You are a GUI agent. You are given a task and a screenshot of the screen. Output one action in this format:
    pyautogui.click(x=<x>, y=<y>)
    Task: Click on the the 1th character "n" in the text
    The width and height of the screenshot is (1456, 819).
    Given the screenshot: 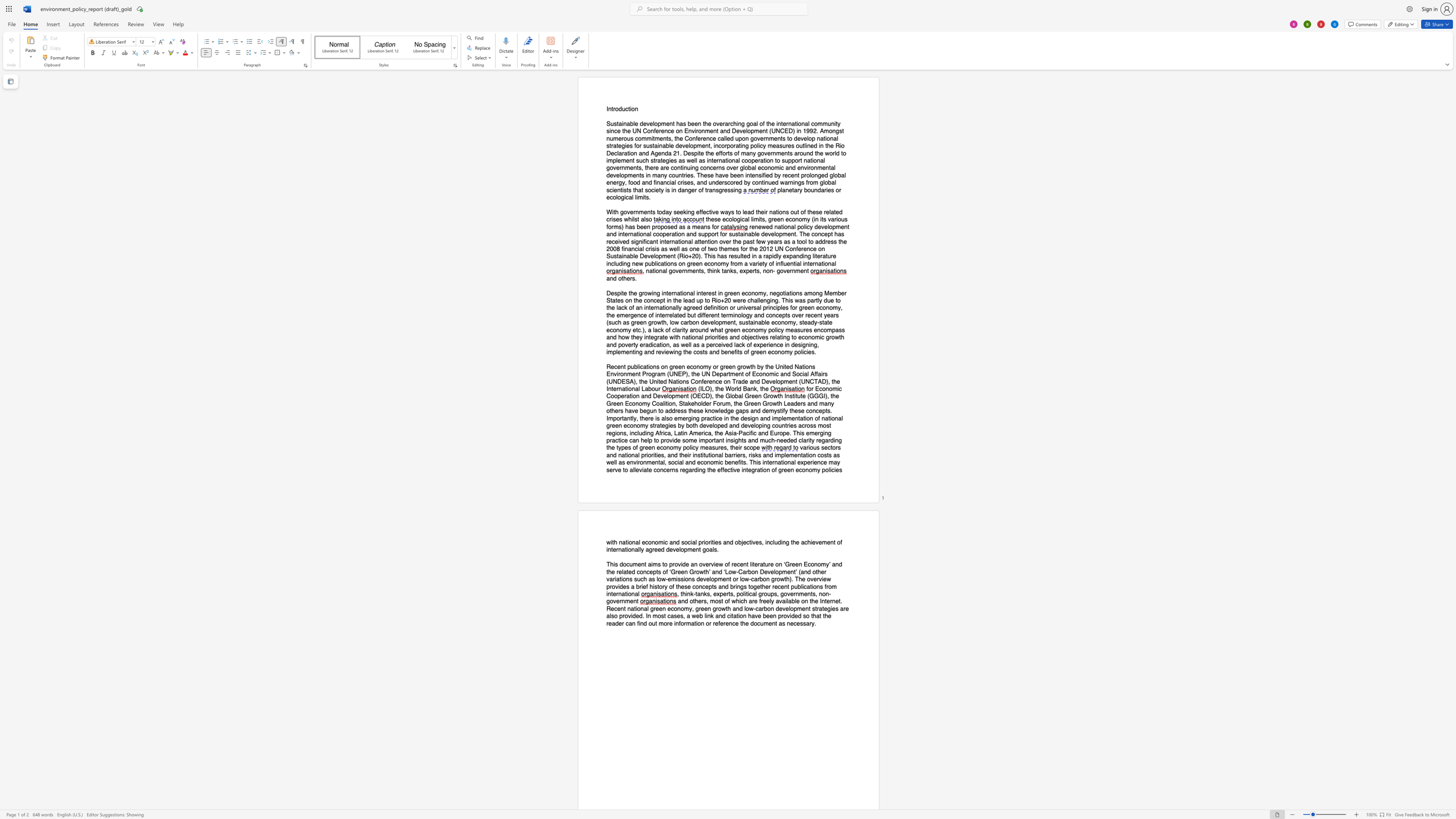 What is the action you would take?
    pyautogui.click(x=611, y=278)
    